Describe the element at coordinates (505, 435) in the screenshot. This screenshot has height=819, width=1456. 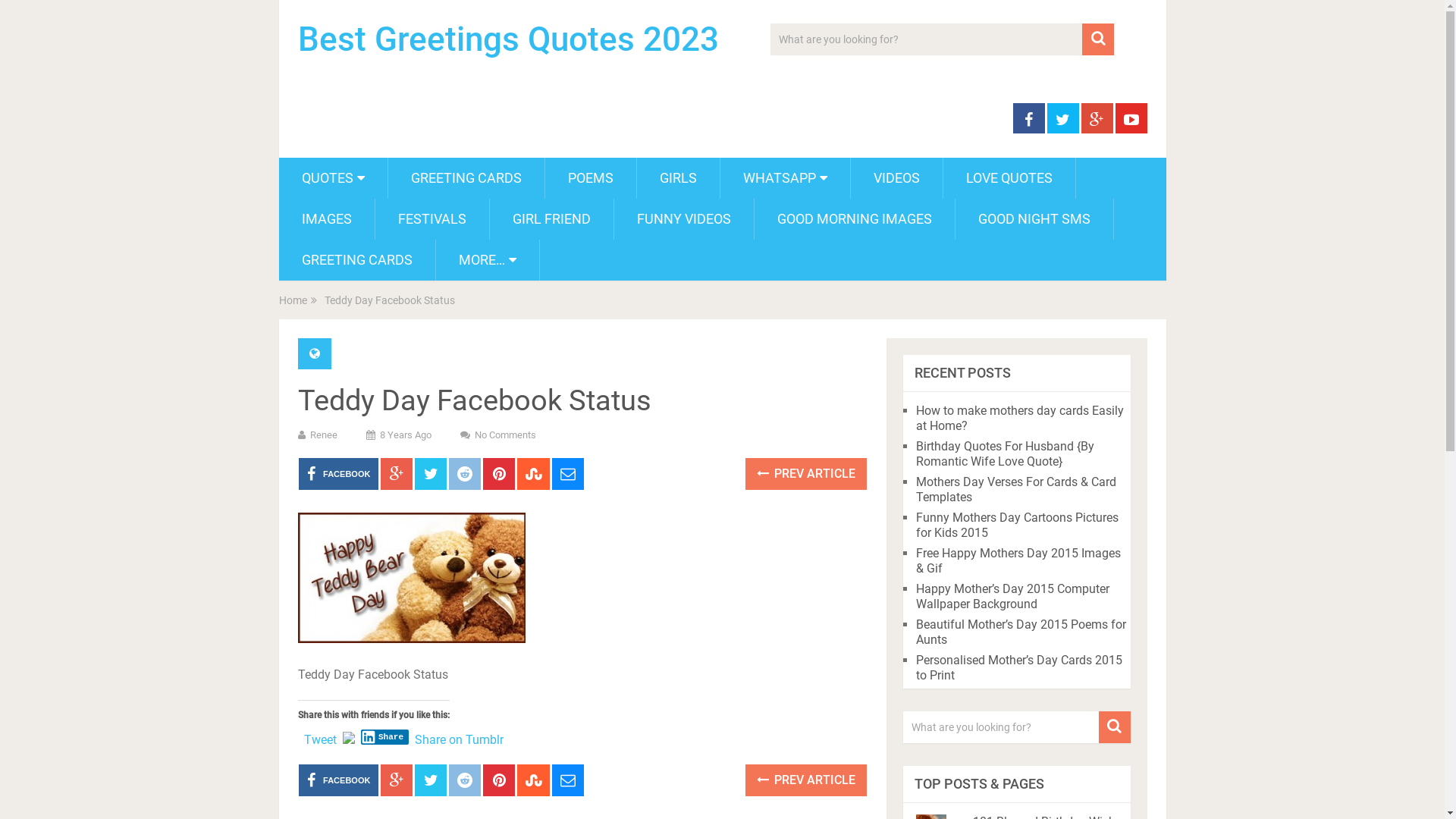
I see `'No Comments'` at that location.